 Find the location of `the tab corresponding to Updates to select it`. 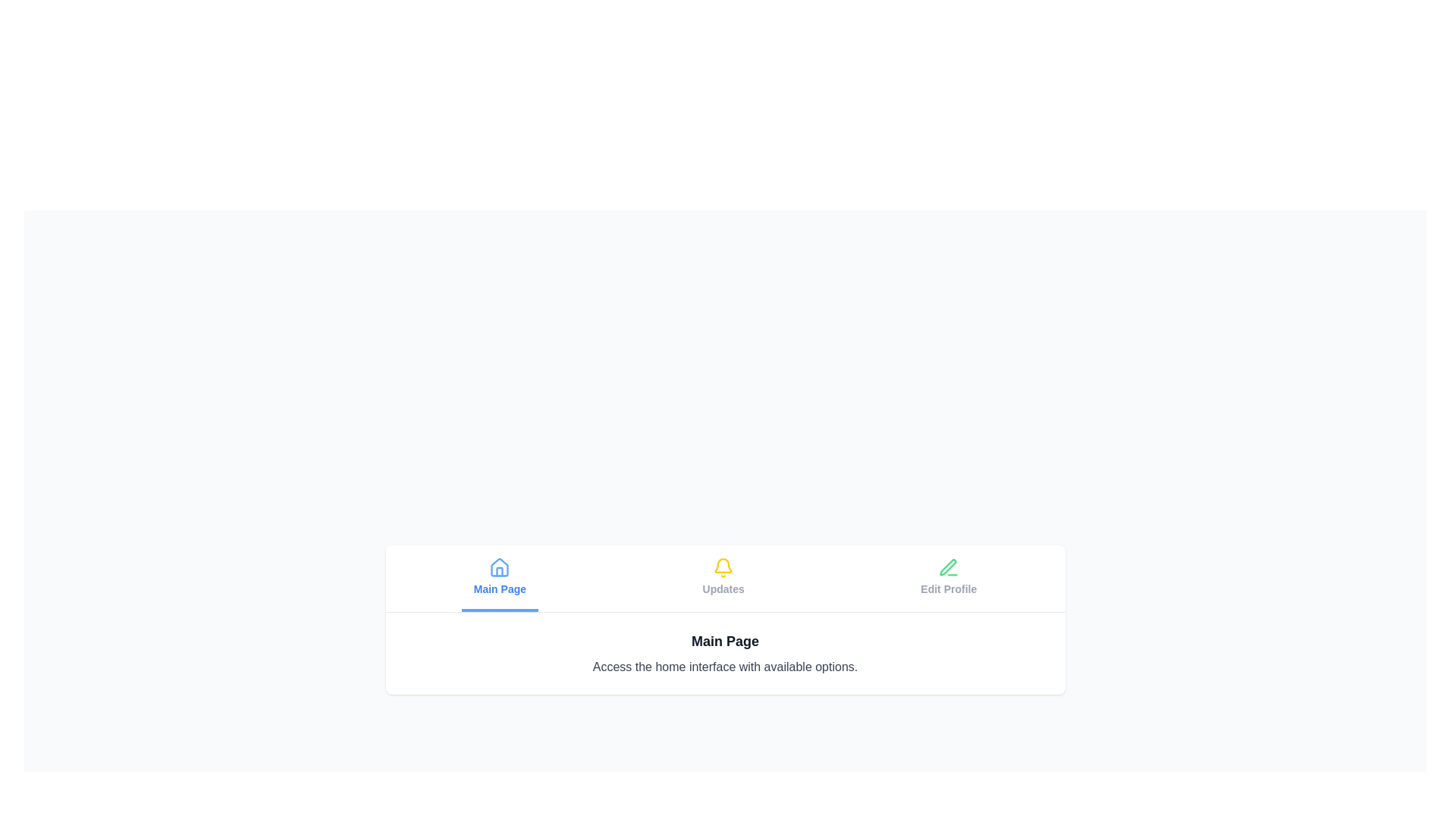

the tab corresponding to Updates to select it is located at coordinates (723, 578).